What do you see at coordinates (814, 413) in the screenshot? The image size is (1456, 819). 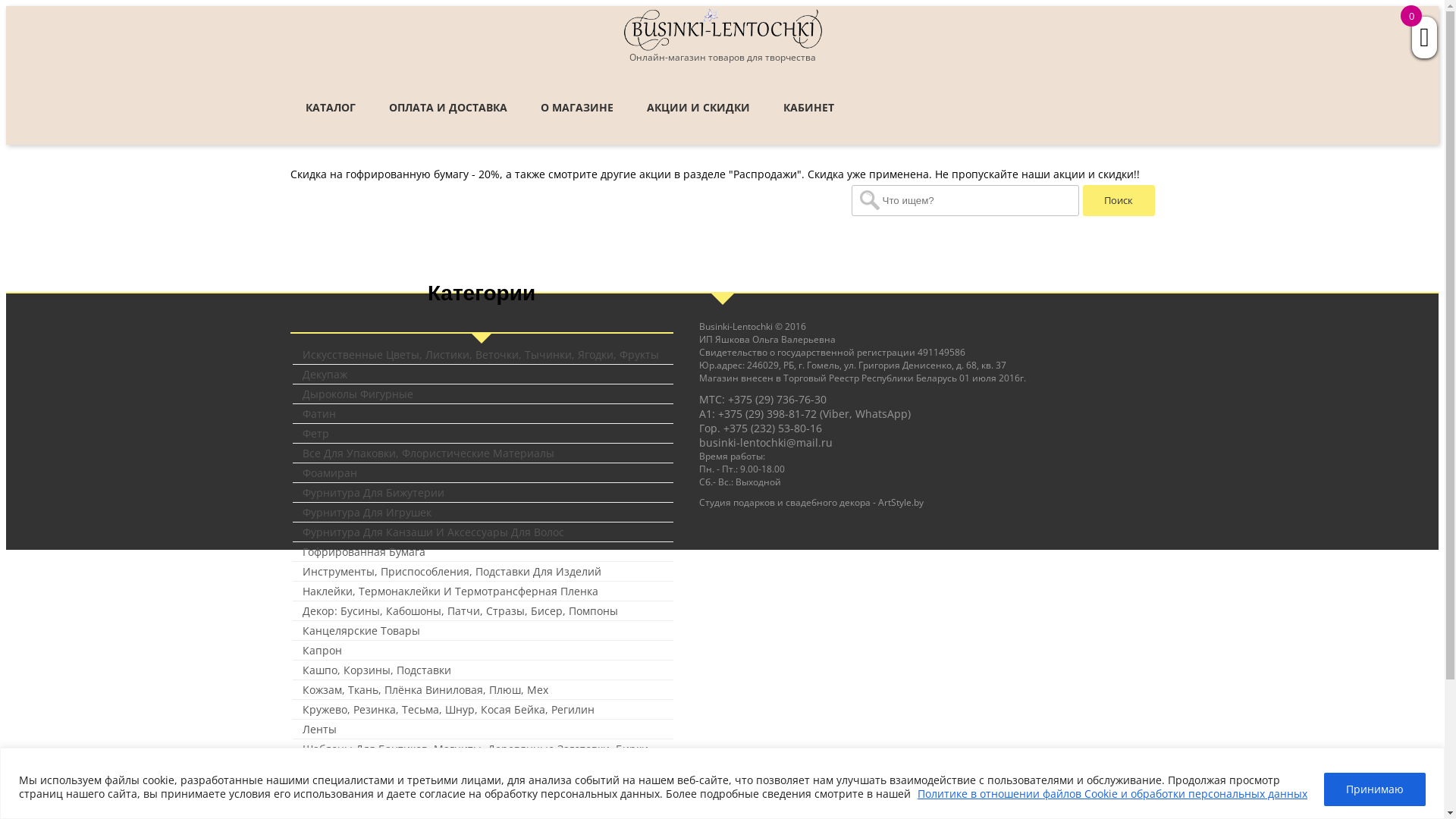 I see `'+375 (29) 398-81-72 (Viber, WhatsApp)'` at bounding box center [814, 413].